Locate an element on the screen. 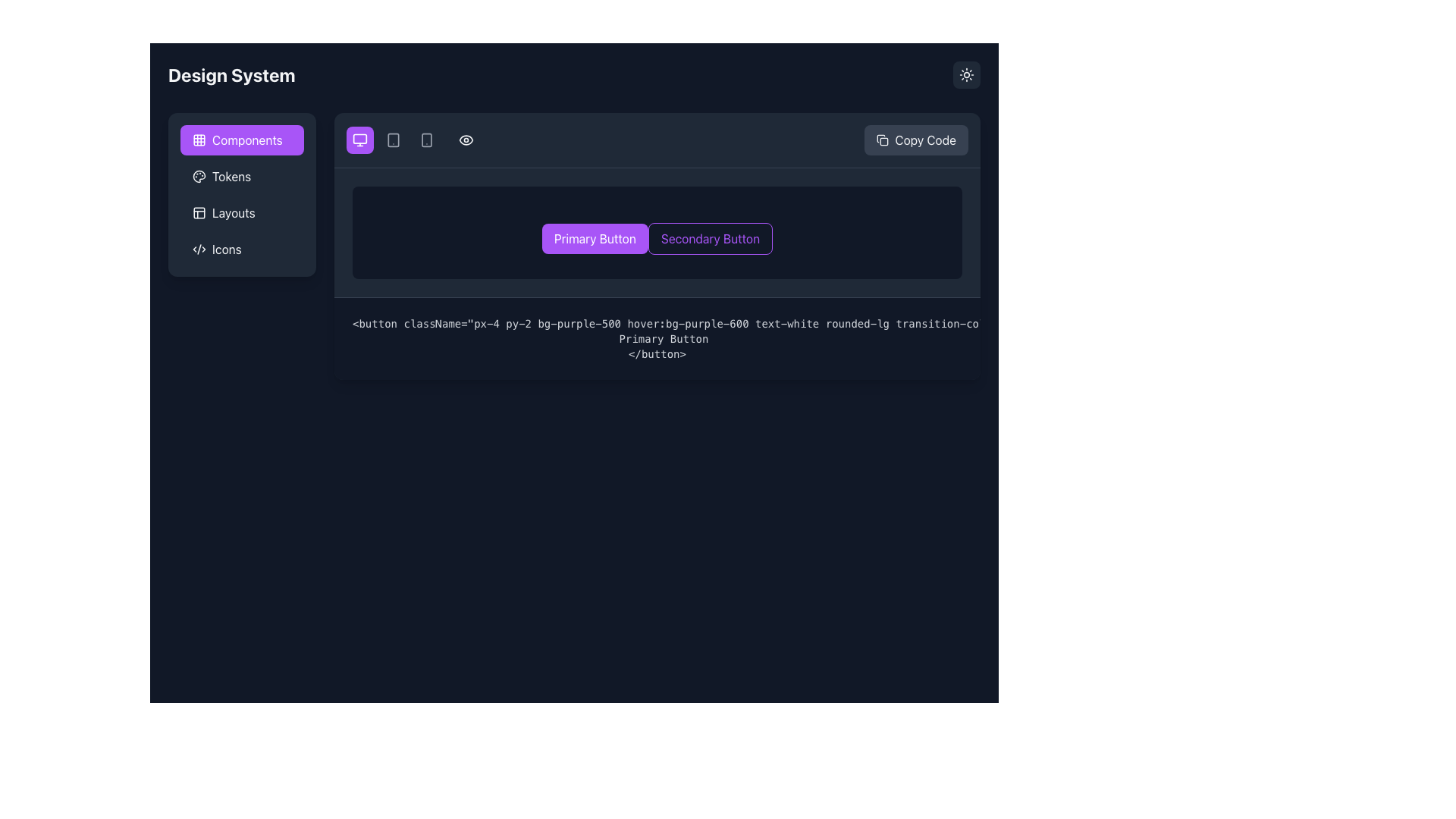  the 'Layouts' menu item, which is the third option in the vertical list under 'Design System', positioned between 'Tokens' and 'Icons' is located at coordinates (241, 194).